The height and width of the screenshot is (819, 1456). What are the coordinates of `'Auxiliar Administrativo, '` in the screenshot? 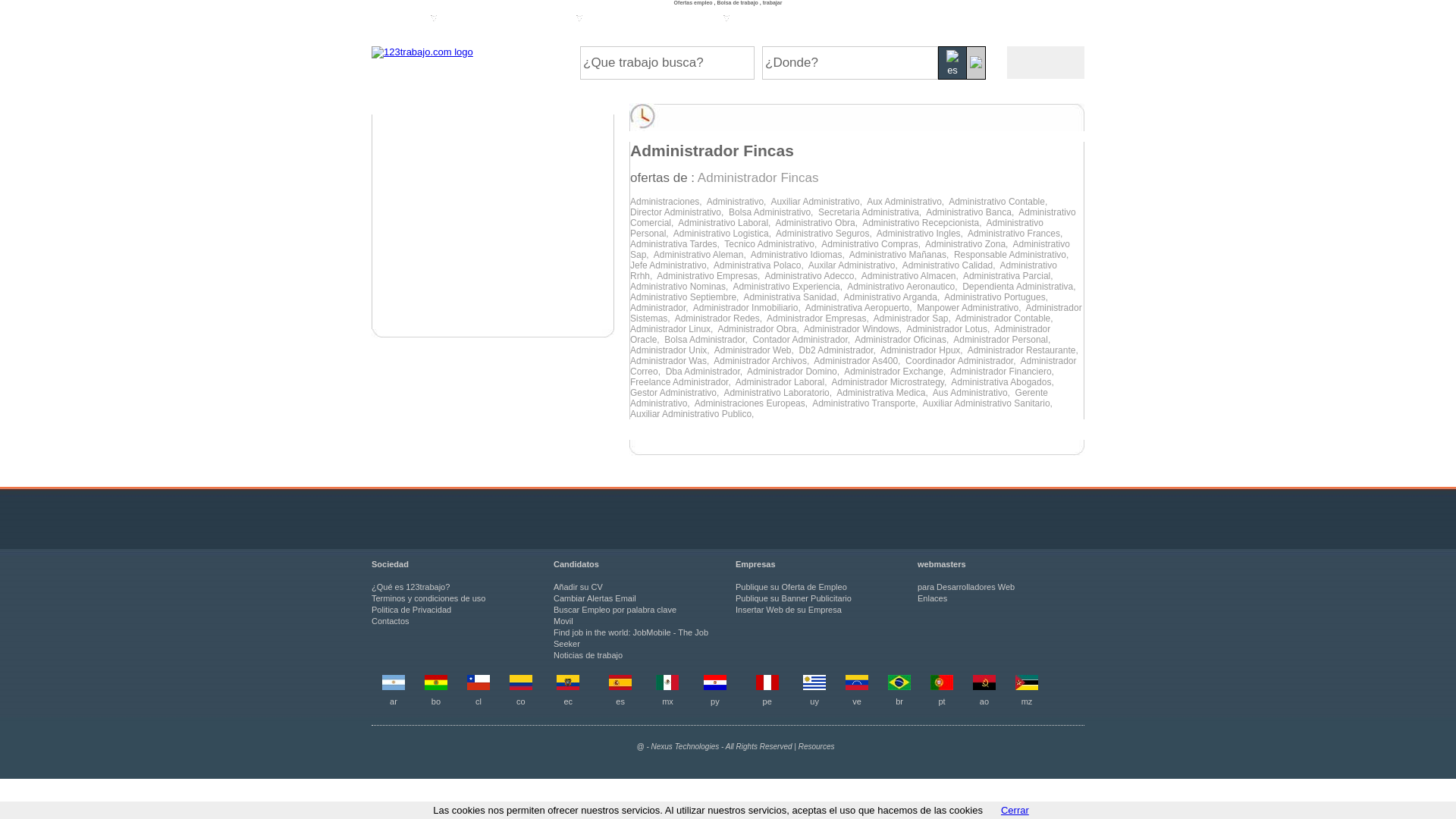 It's located at (817, 201).